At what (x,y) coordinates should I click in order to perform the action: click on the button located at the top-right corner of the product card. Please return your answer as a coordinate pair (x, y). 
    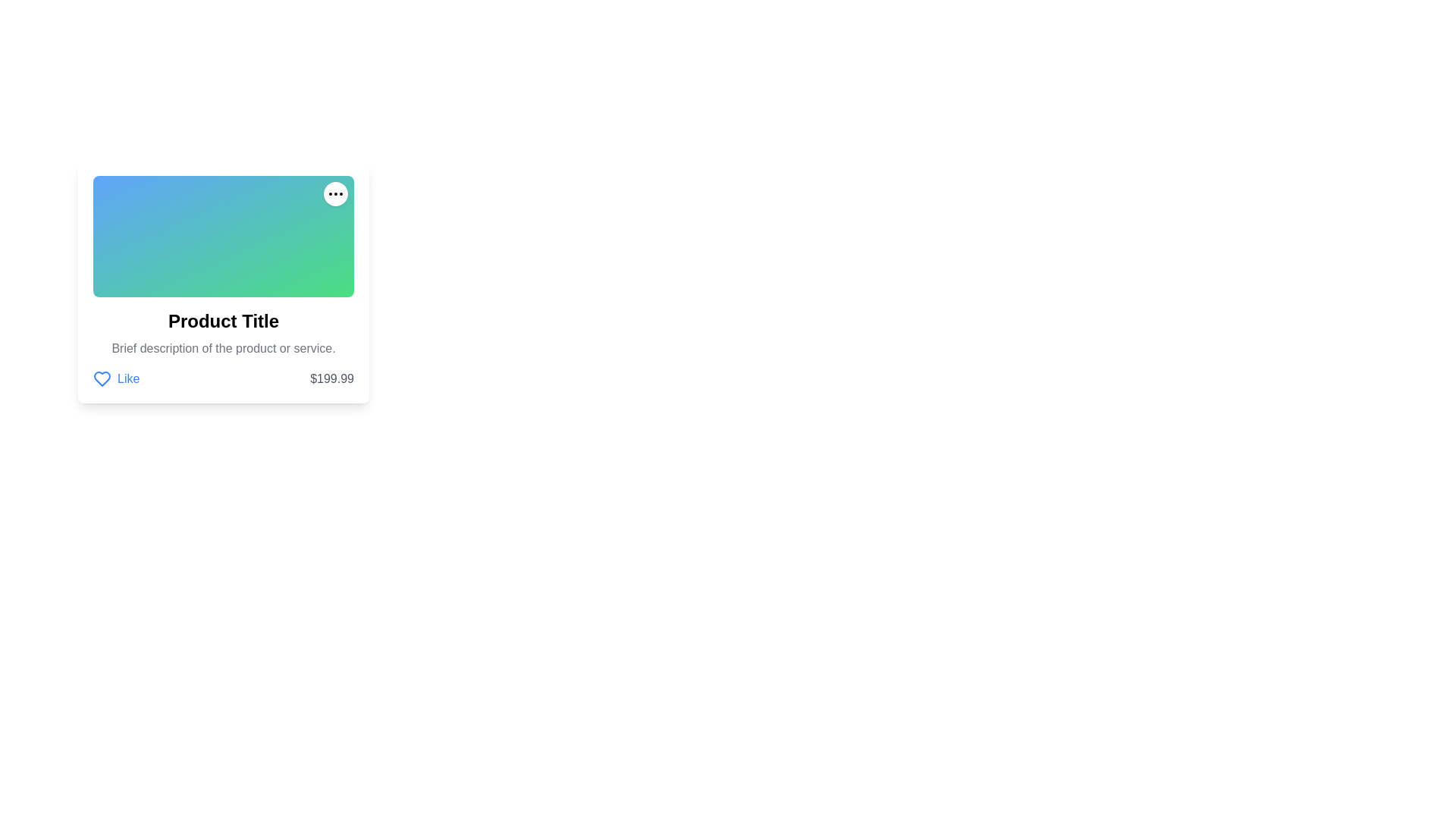
    Looking at the image, I should click on (334, 193).